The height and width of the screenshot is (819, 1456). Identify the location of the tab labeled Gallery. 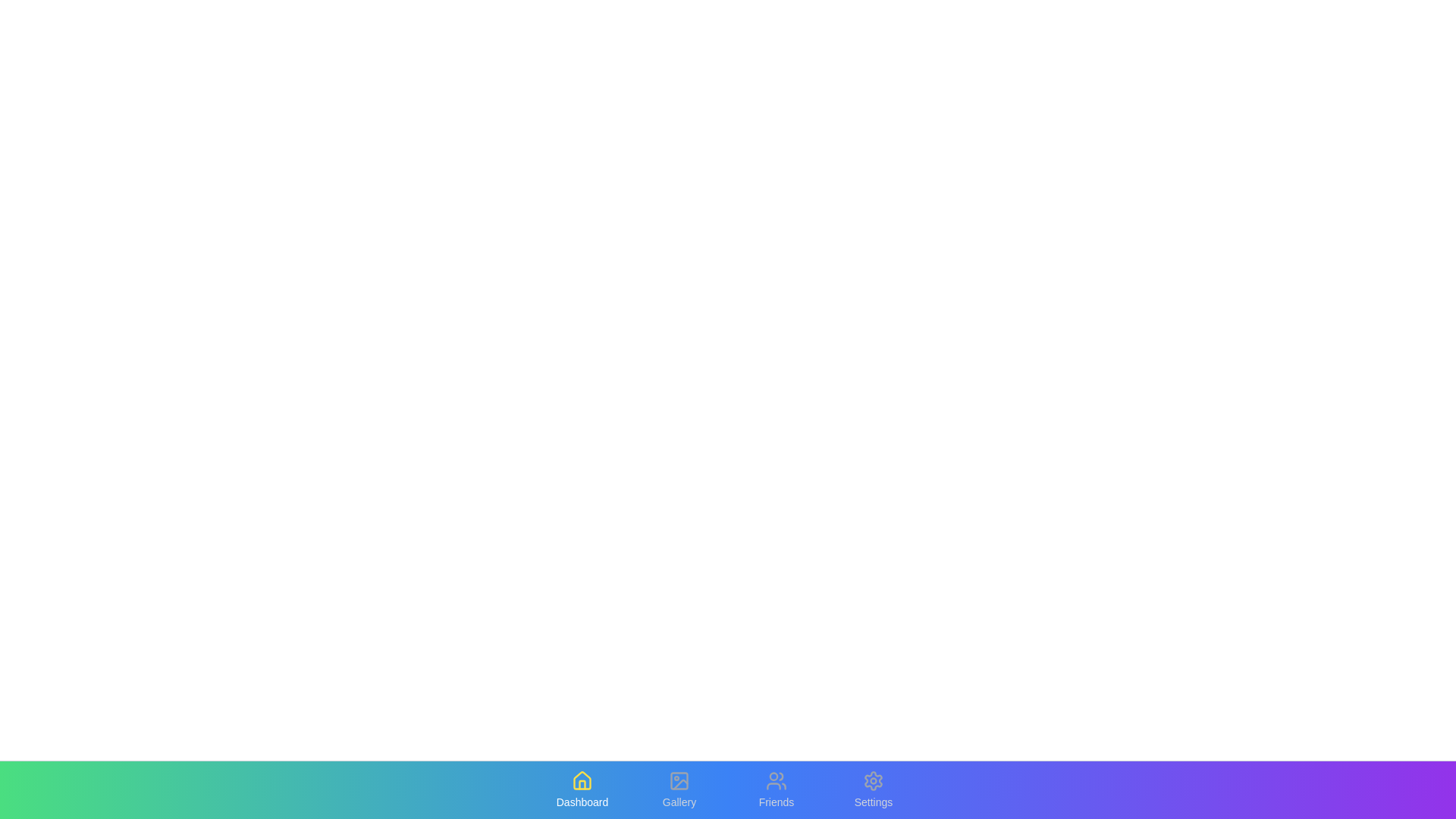
(679, 789).